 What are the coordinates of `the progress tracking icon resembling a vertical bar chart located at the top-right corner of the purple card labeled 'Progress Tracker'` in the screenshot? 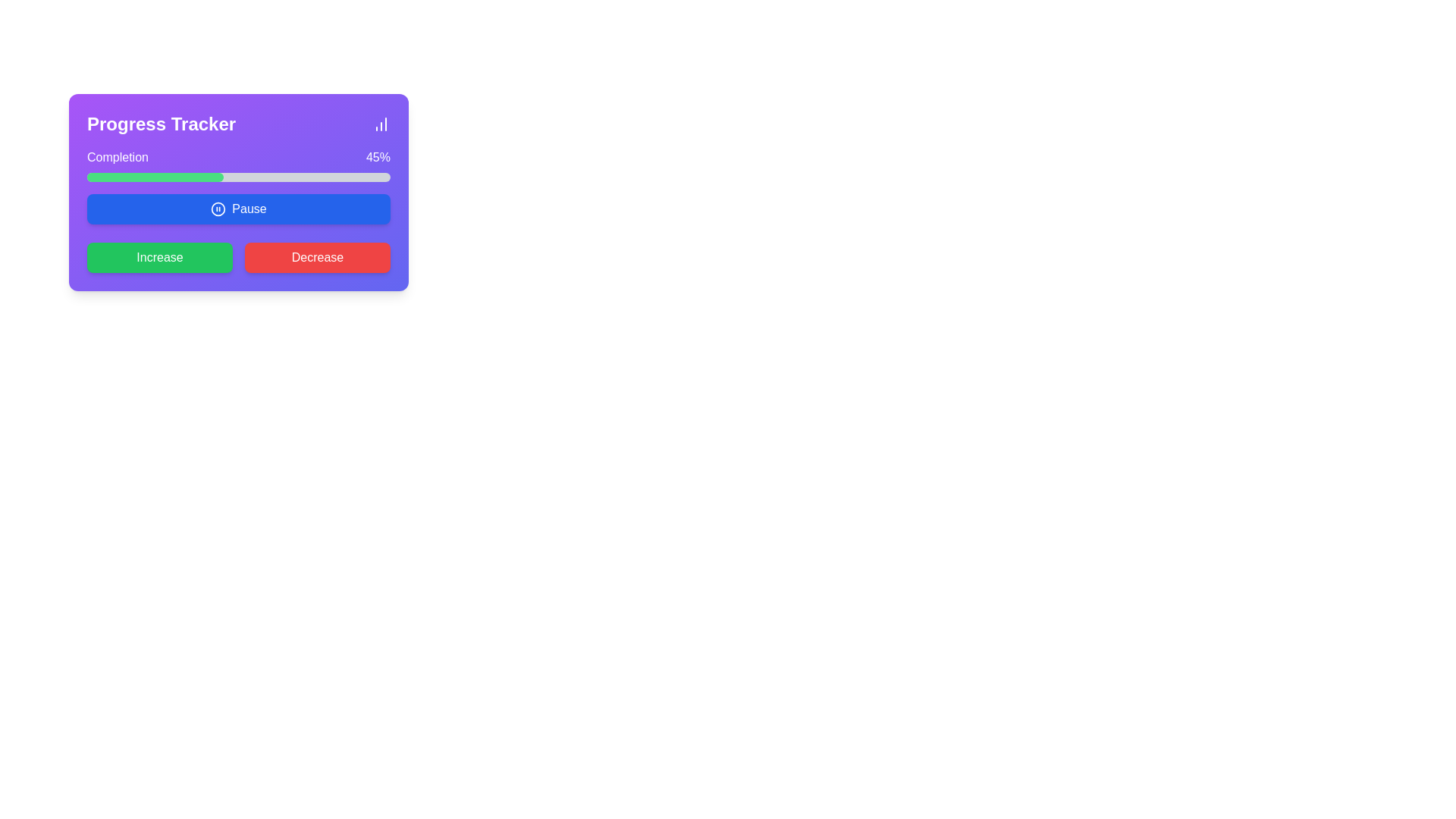 It's located at (381, 124).